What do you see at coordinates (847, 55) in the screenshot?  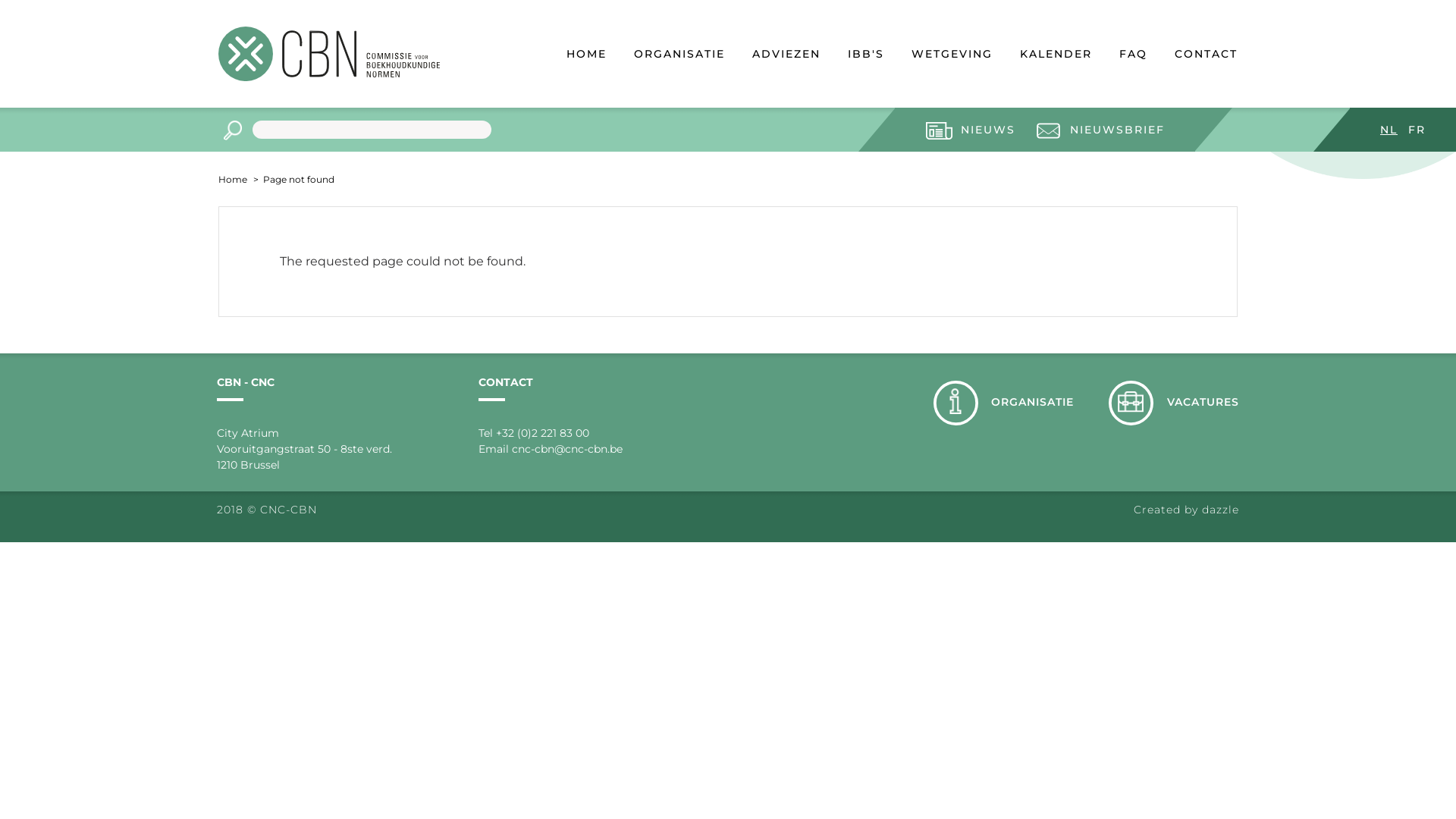 I see `'IBB'S'` at bounding box center [847, 55].